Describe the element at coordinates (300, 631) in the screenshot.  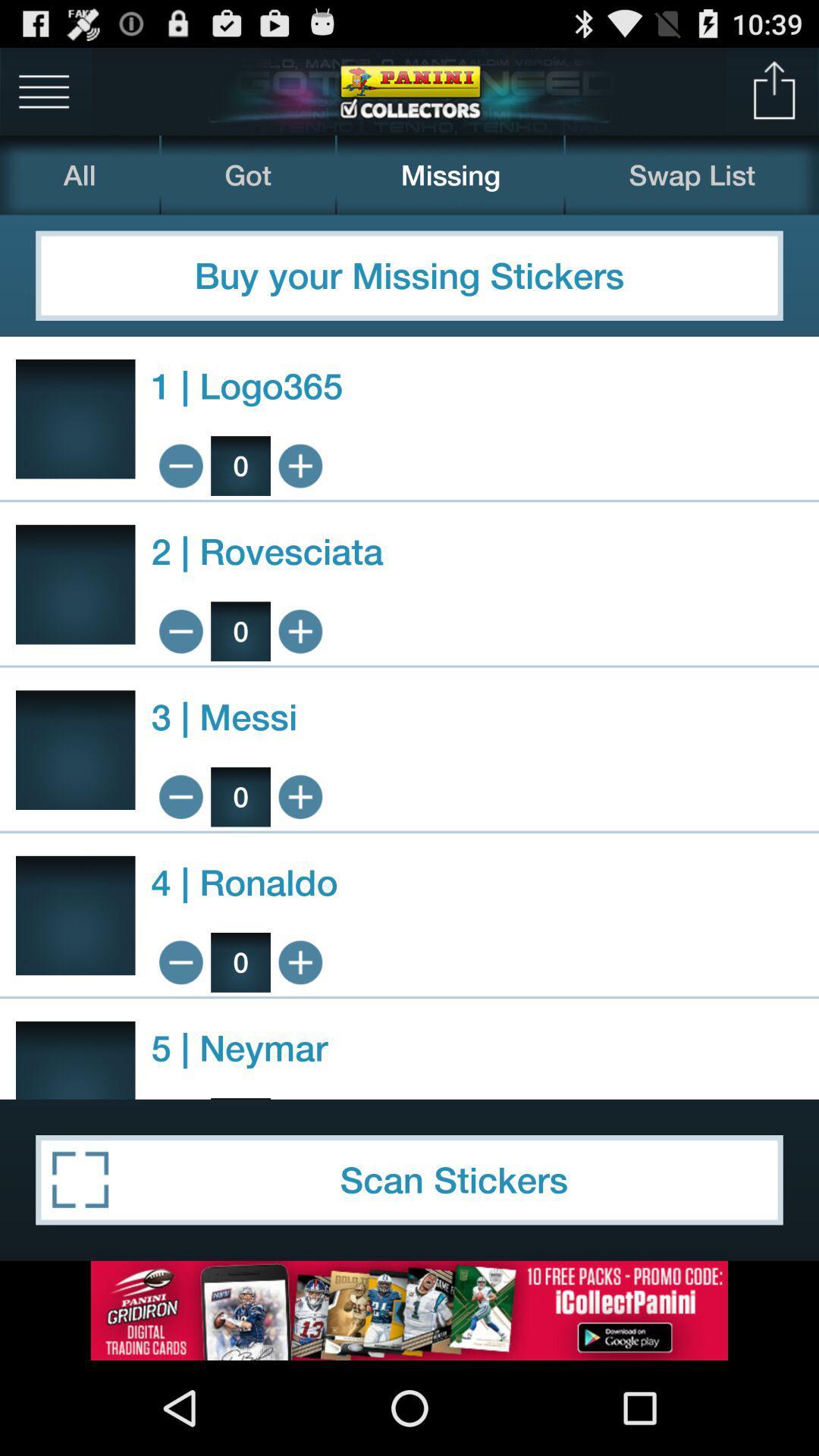
I see `tap to add` at that location.